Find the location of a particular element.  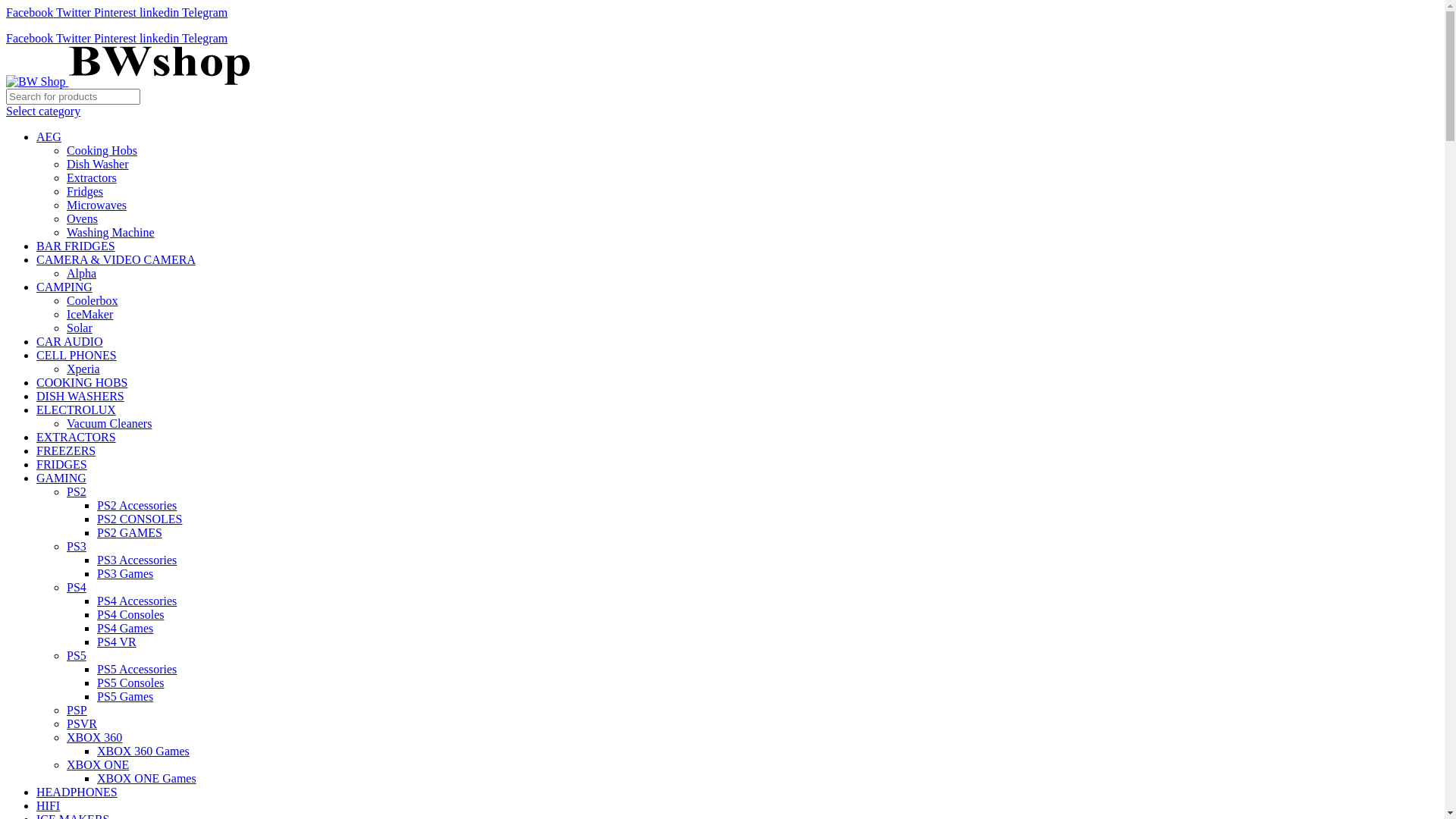

'PS4 VR' is located at coordinates (115, 642).